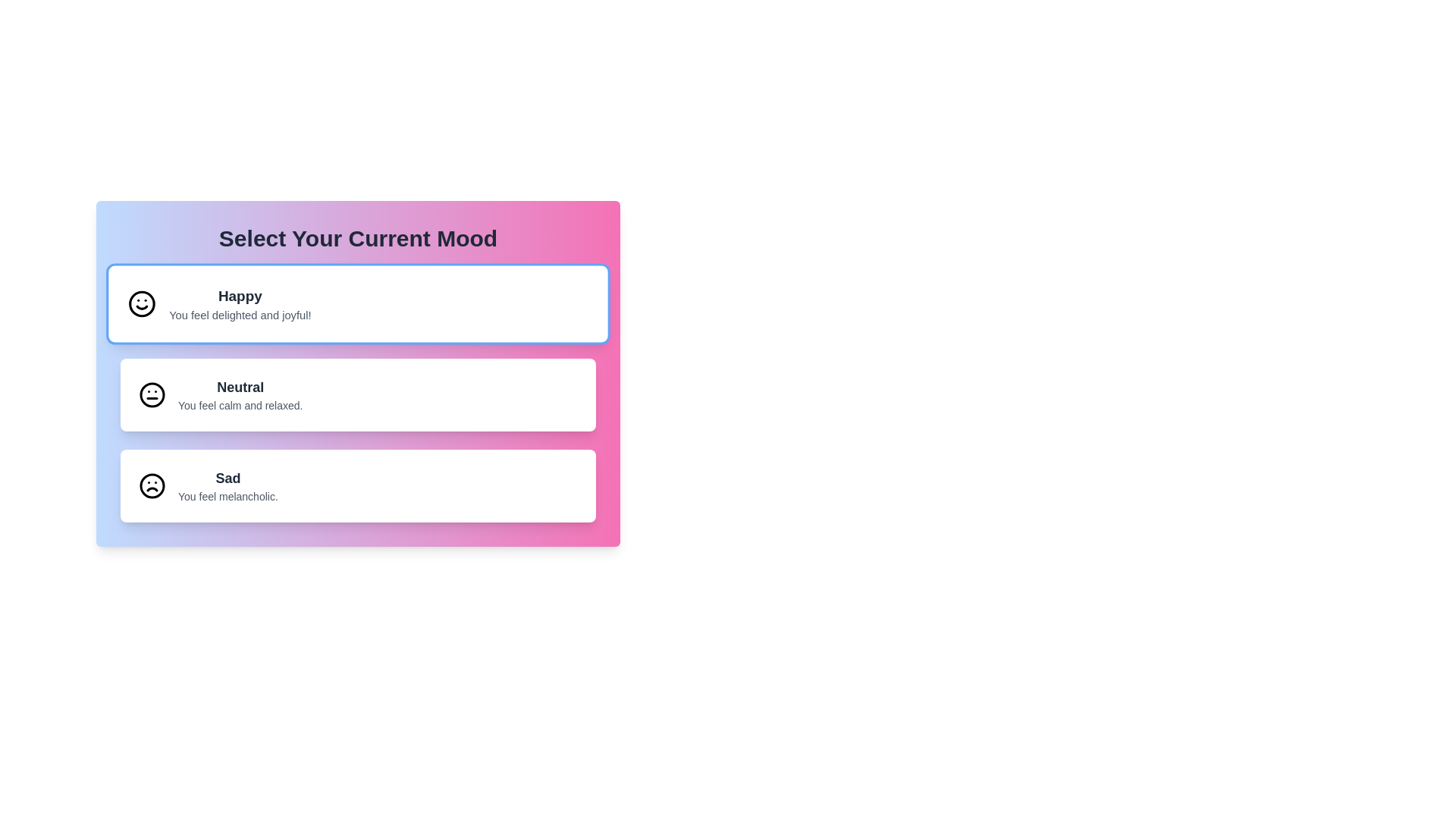 The width and height of the screenshot is (1456, 819). Describe the element at coordinates (239, 314) in the screenshot. I see `the informational text element that provides descriptive feedback about selecting the 'Happy' mood option, located beneath the title 'Happy' within its rectangular card` at that location.